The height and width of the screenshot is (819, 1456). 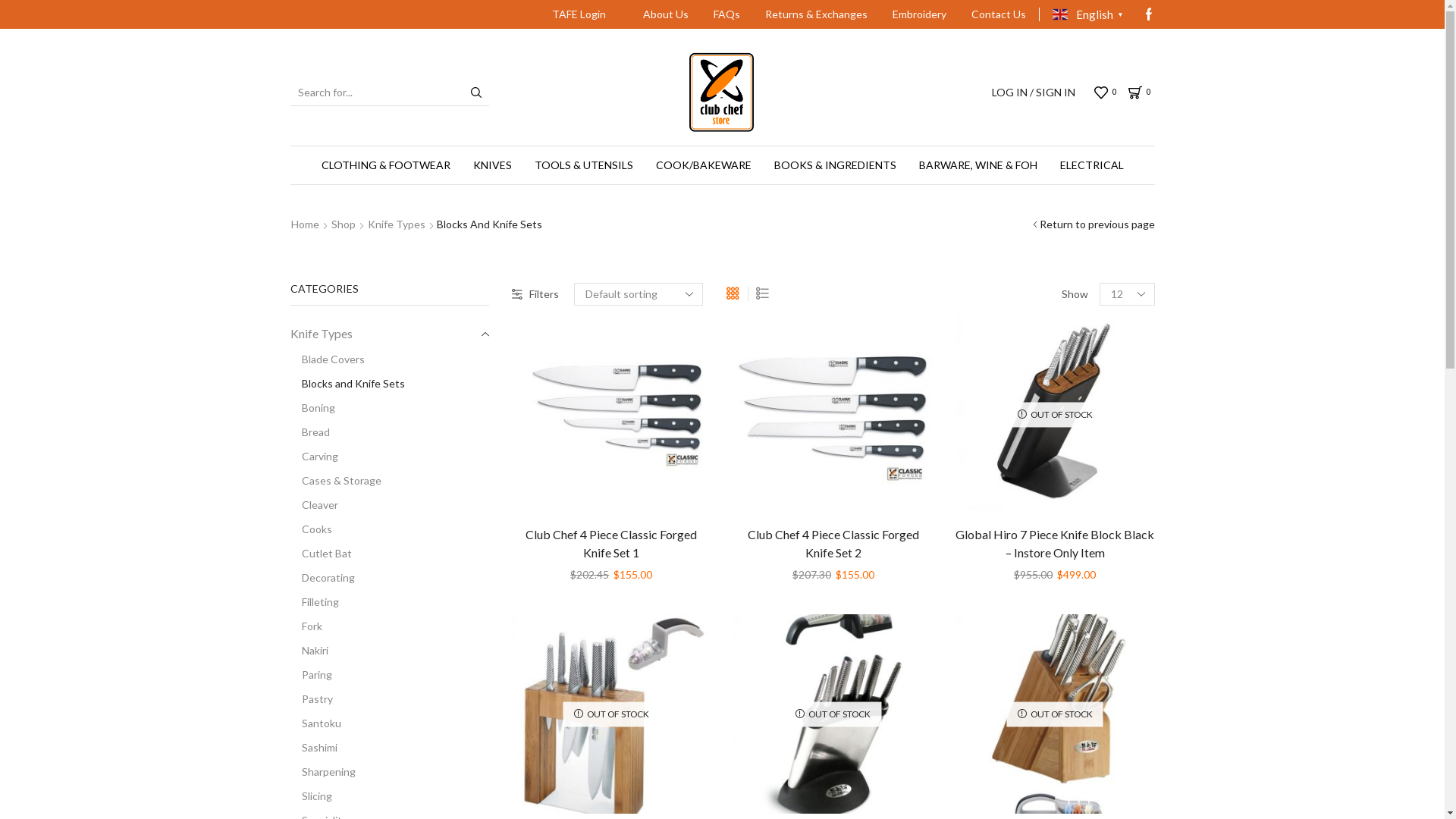 What do you see at coordinates (1094, 93) in the screenshot?
I see `'0'` at bounding box center [1094, 93].